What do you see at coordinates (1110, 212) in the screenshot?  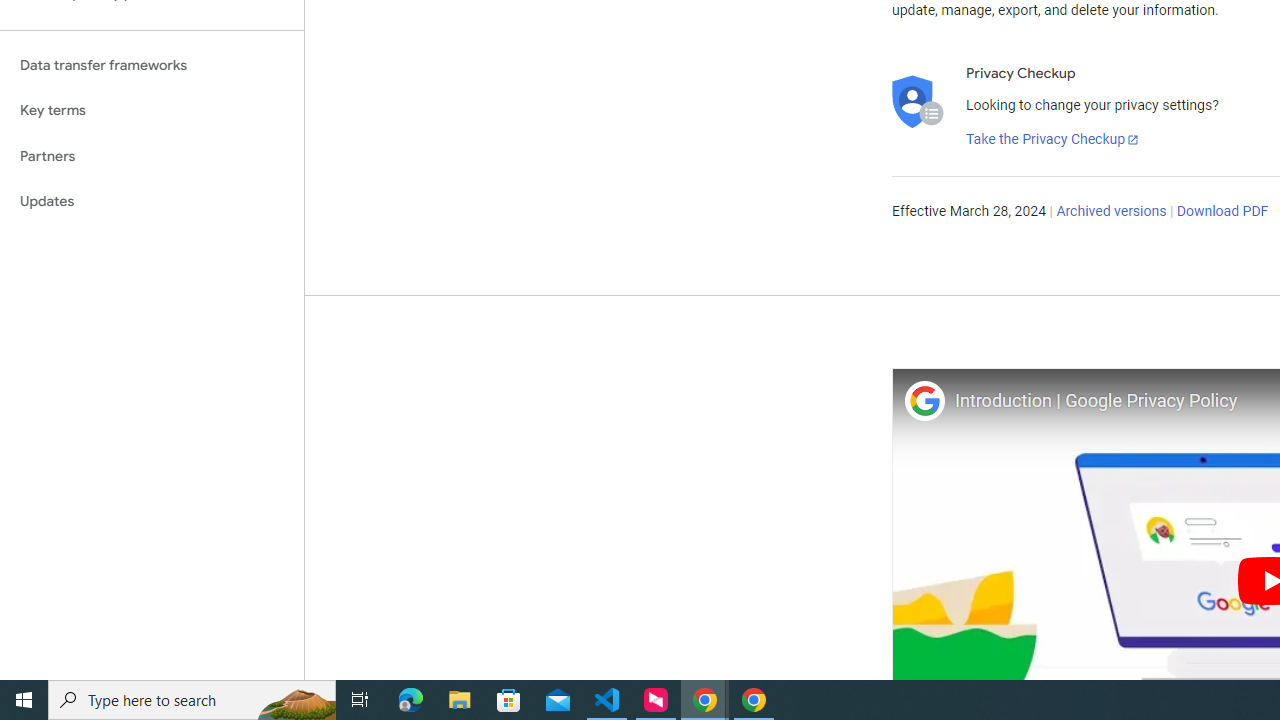 I see `'Archived versions'` at bounding box center [1110, 212].